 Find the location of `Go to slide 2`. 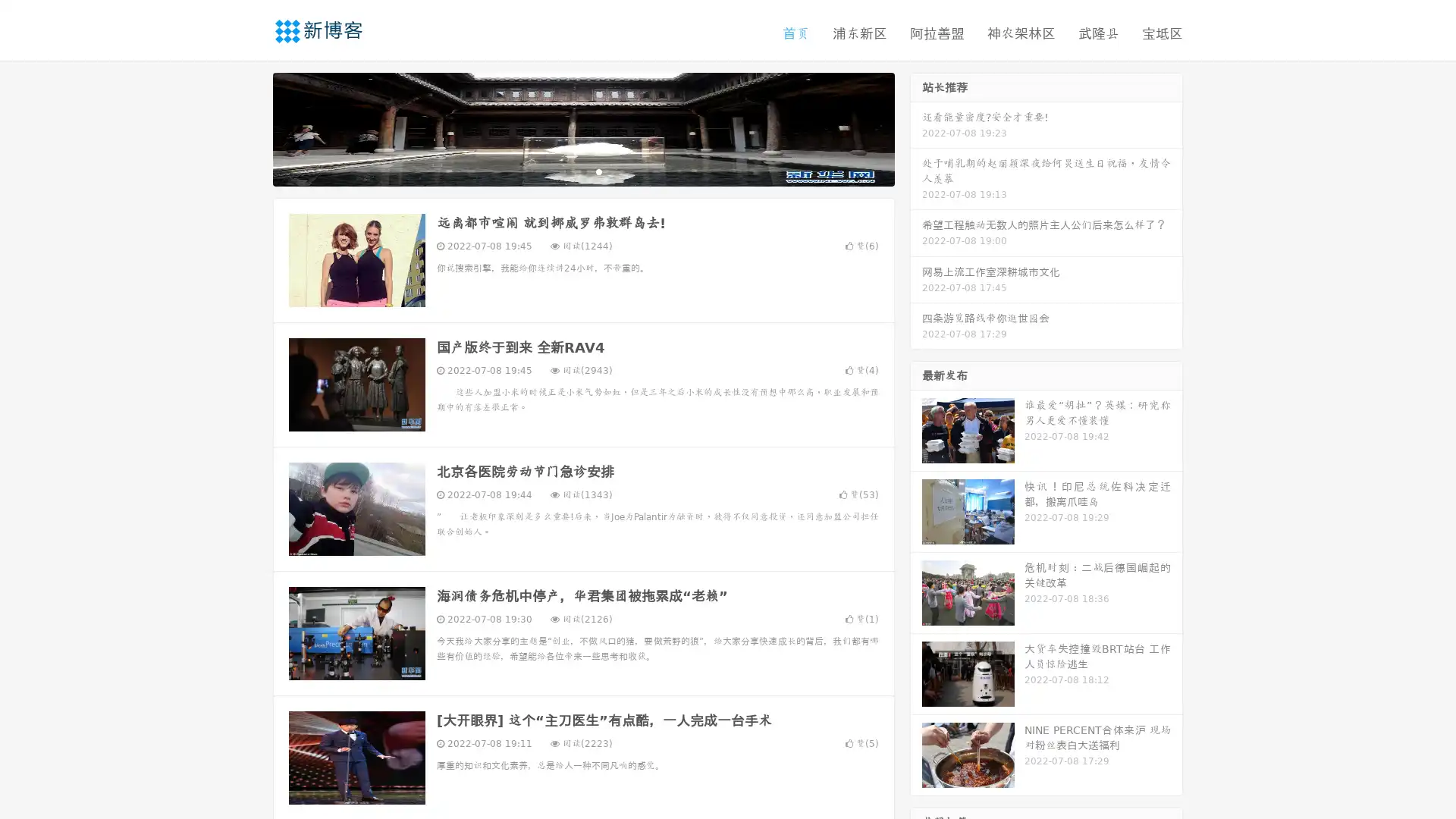

Go to slide 2 is located at coordinates (582, 171).